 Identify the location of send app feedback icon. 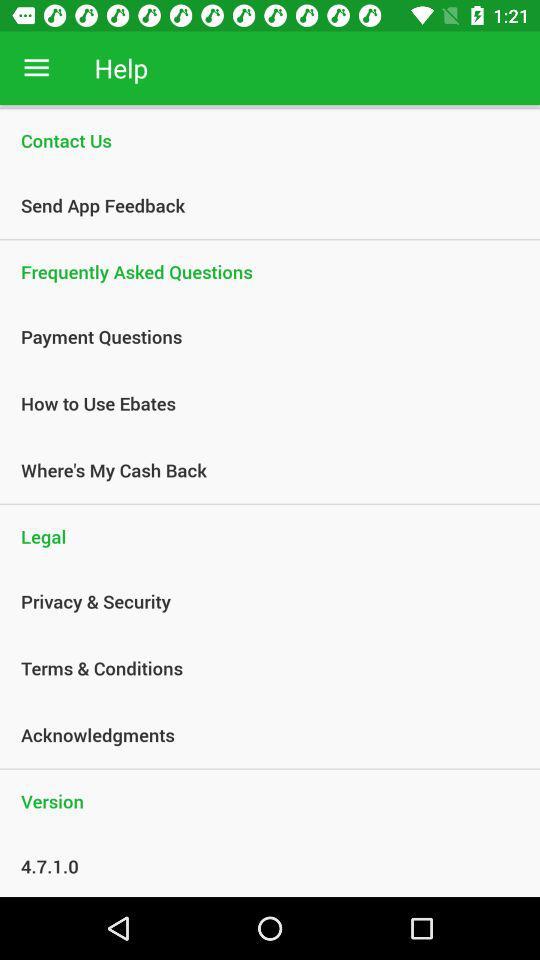
(259, 205).